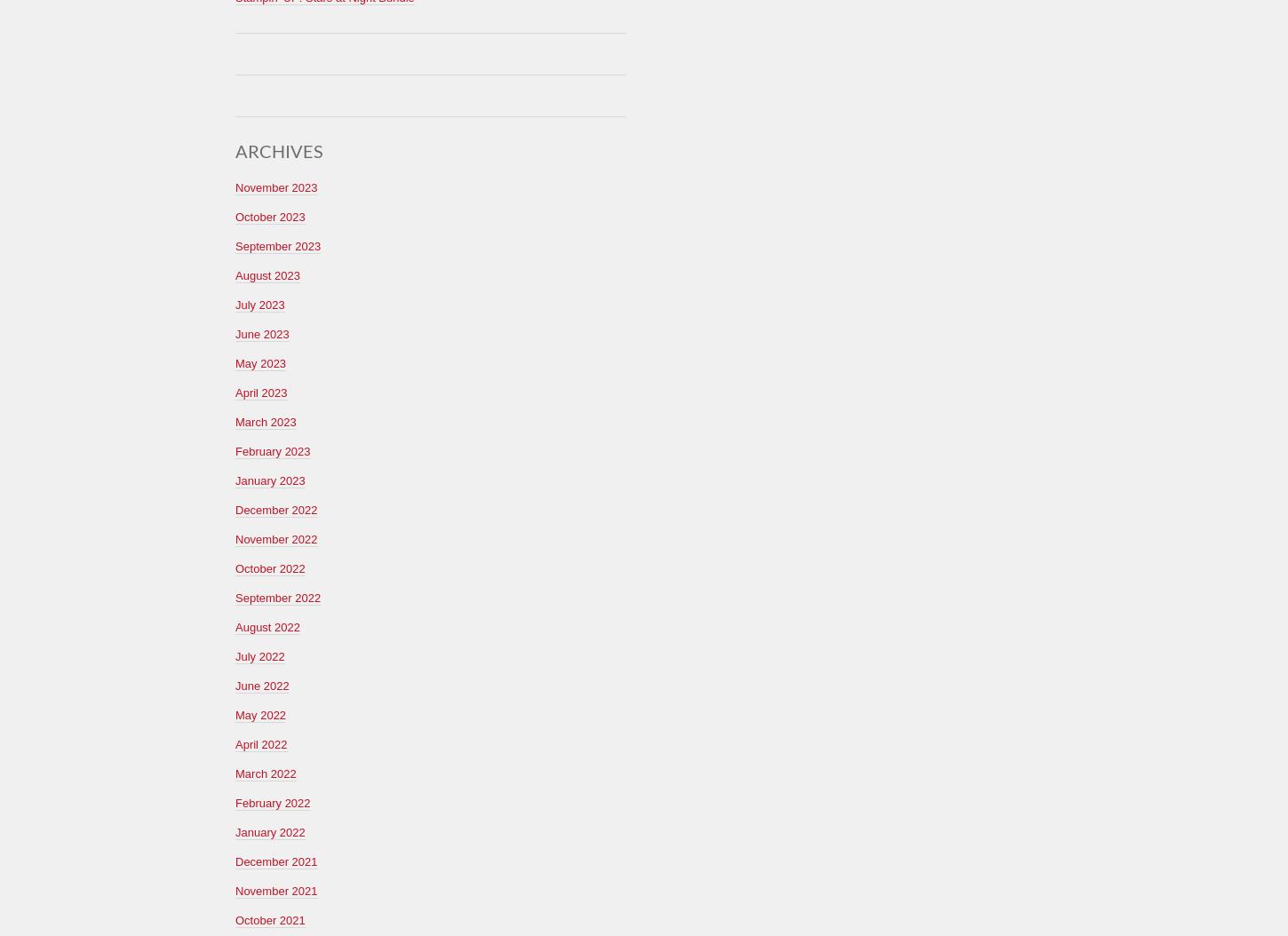  What do you see at coordinates (278, 244) in the screenshot?
I see `'September 2023'` at bounding box center [278, 244].